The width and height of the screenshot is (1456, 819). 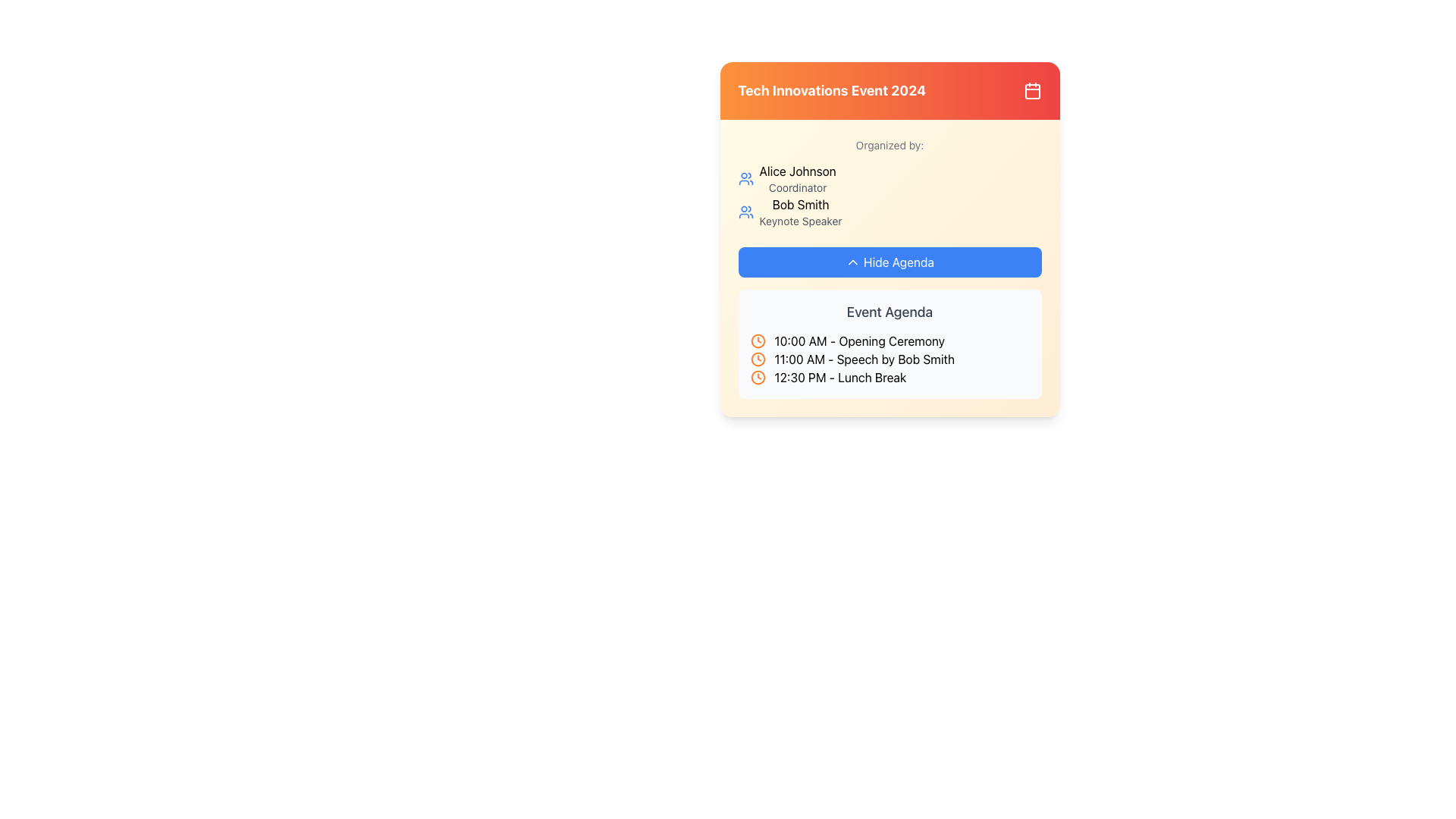 What do you see at coordinates (864, 359) in the screenshot?
I see `the second agenda entry text label that indicates the time and title of a specific speech, situated between '10:00 AM - Opening Ceremony' and '12:30 PM - Lunch Break'` at bounding box center [864, 359].